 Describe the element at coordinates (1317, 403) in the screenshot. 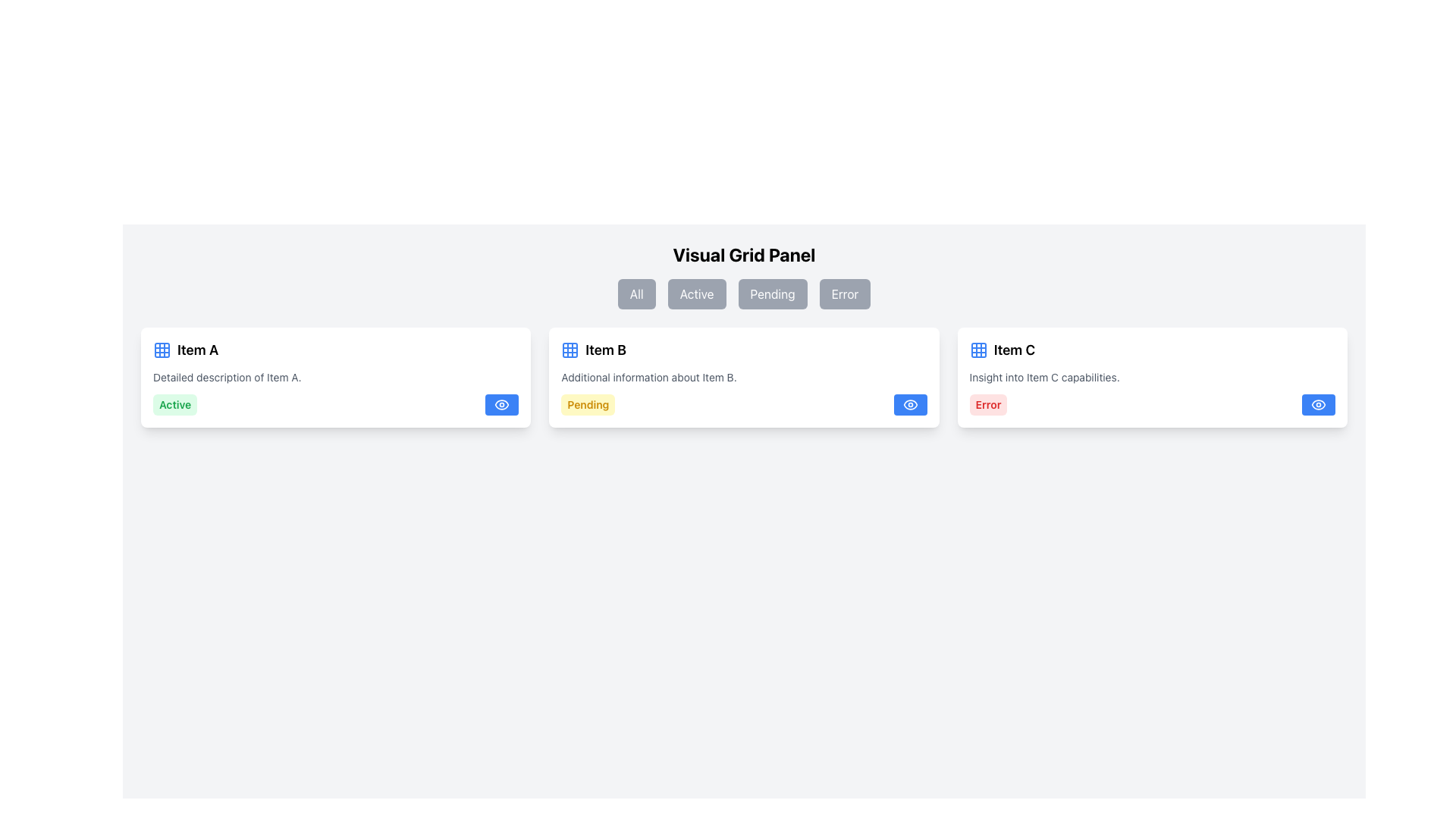

I see `the blue button with rounded corners and an eye icon centered within it, located` at that location.